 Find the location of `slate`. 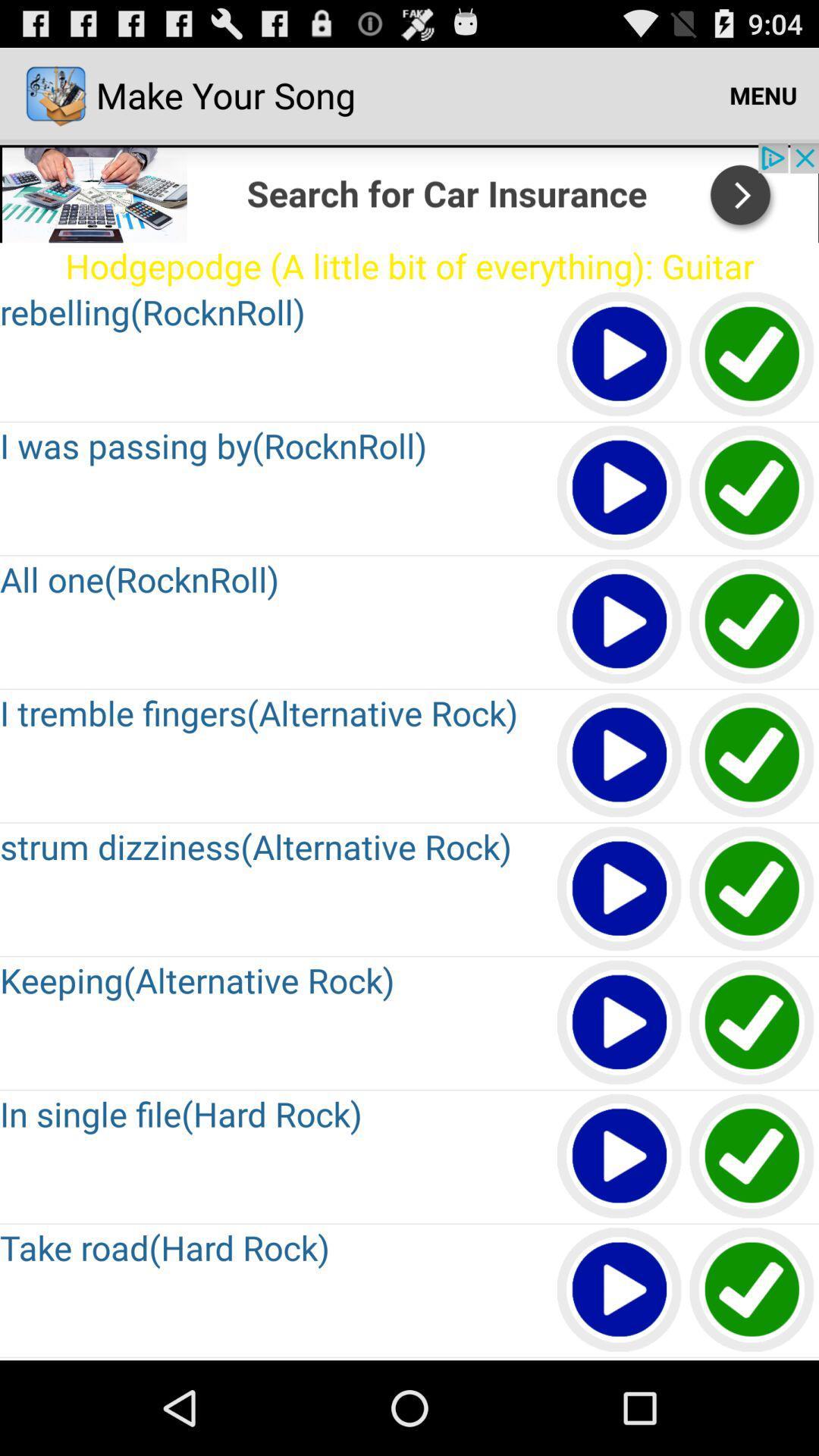

slate is located at coordinates (752, 756).